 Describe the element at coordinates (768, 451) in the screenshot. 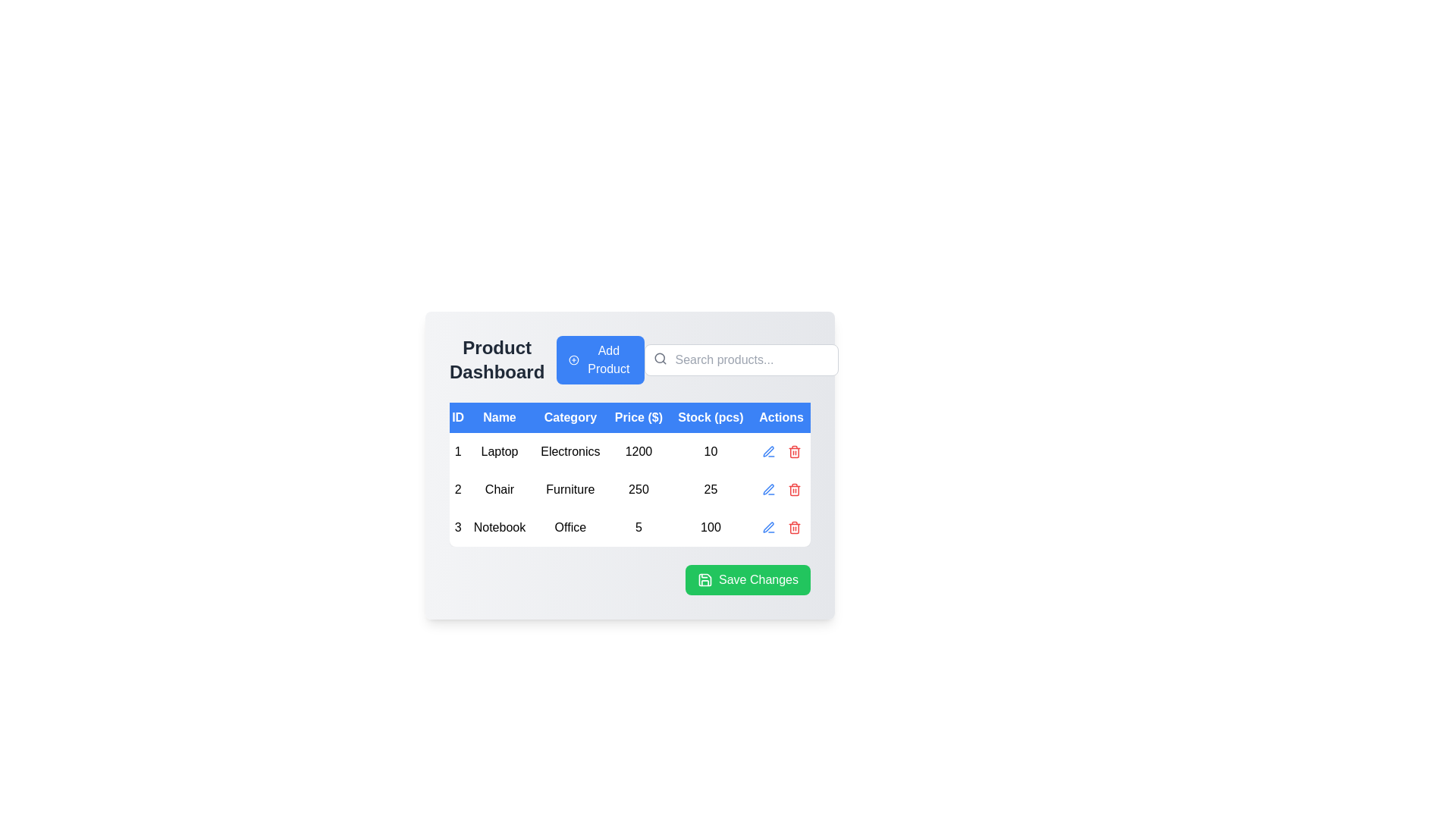

I see `the blue pen icon located in the 'Actions' column of the first row of the table to observe the hover effect that darkens its color` at that location.